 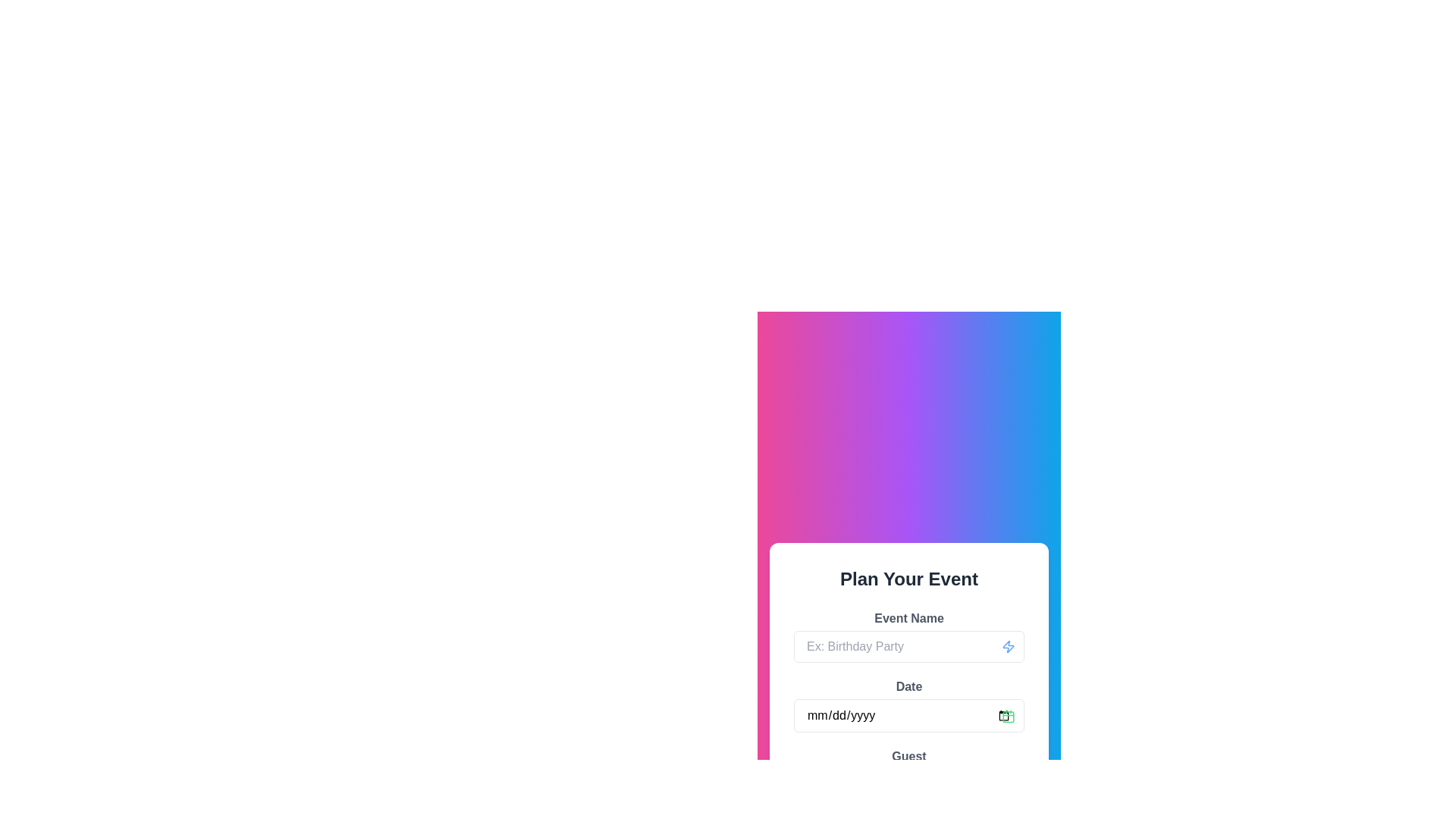 I want to click on the Text label element that serves as the header for the section, located within a white card with rounded borders, positioned above input fields for 'Event Name' and 'Date', so click(x=909, y=579).